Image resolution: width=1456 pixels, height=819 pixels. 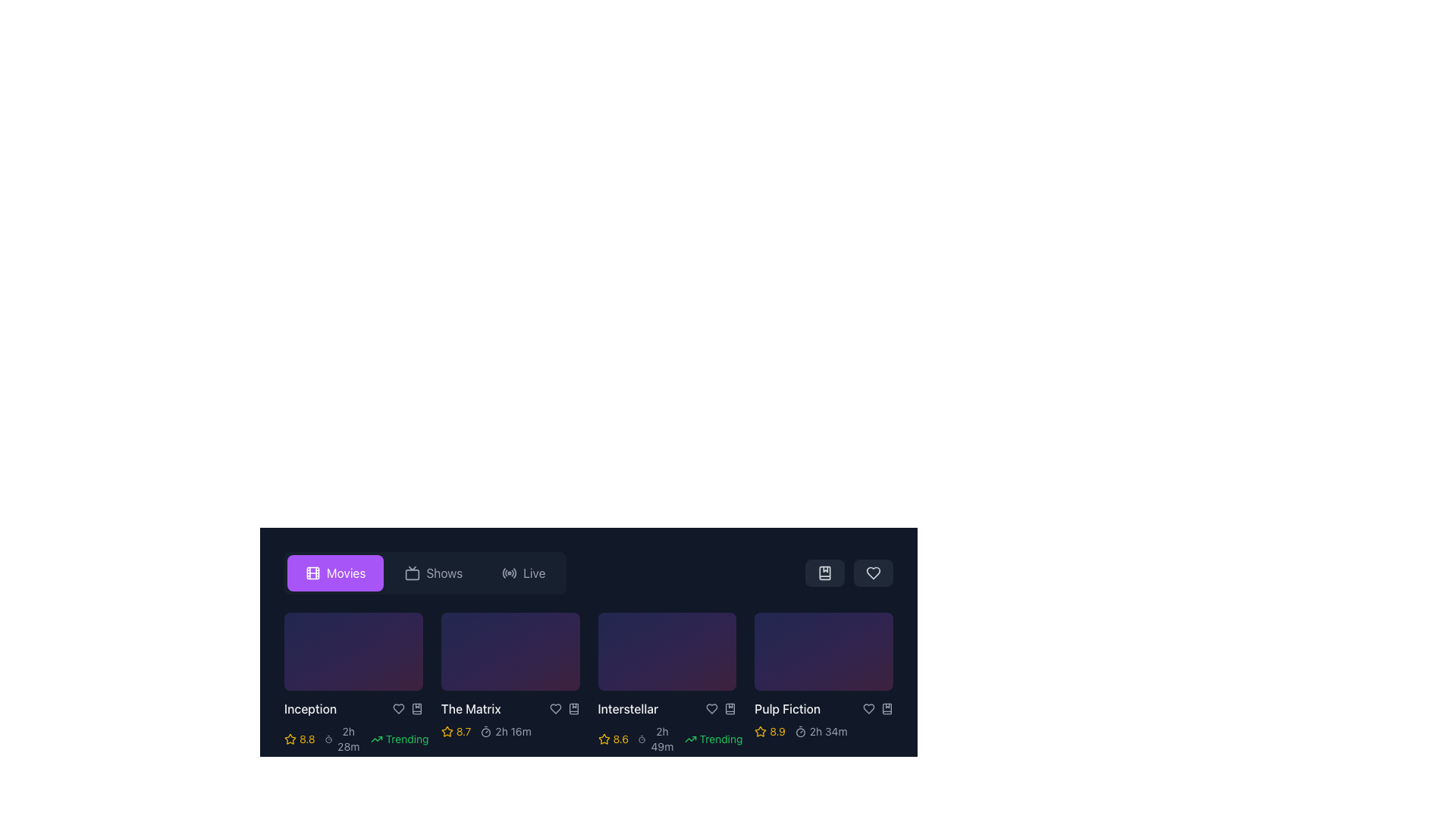 I want to click on the rightmost button labeled 'Live', so click(x=523, y=573).